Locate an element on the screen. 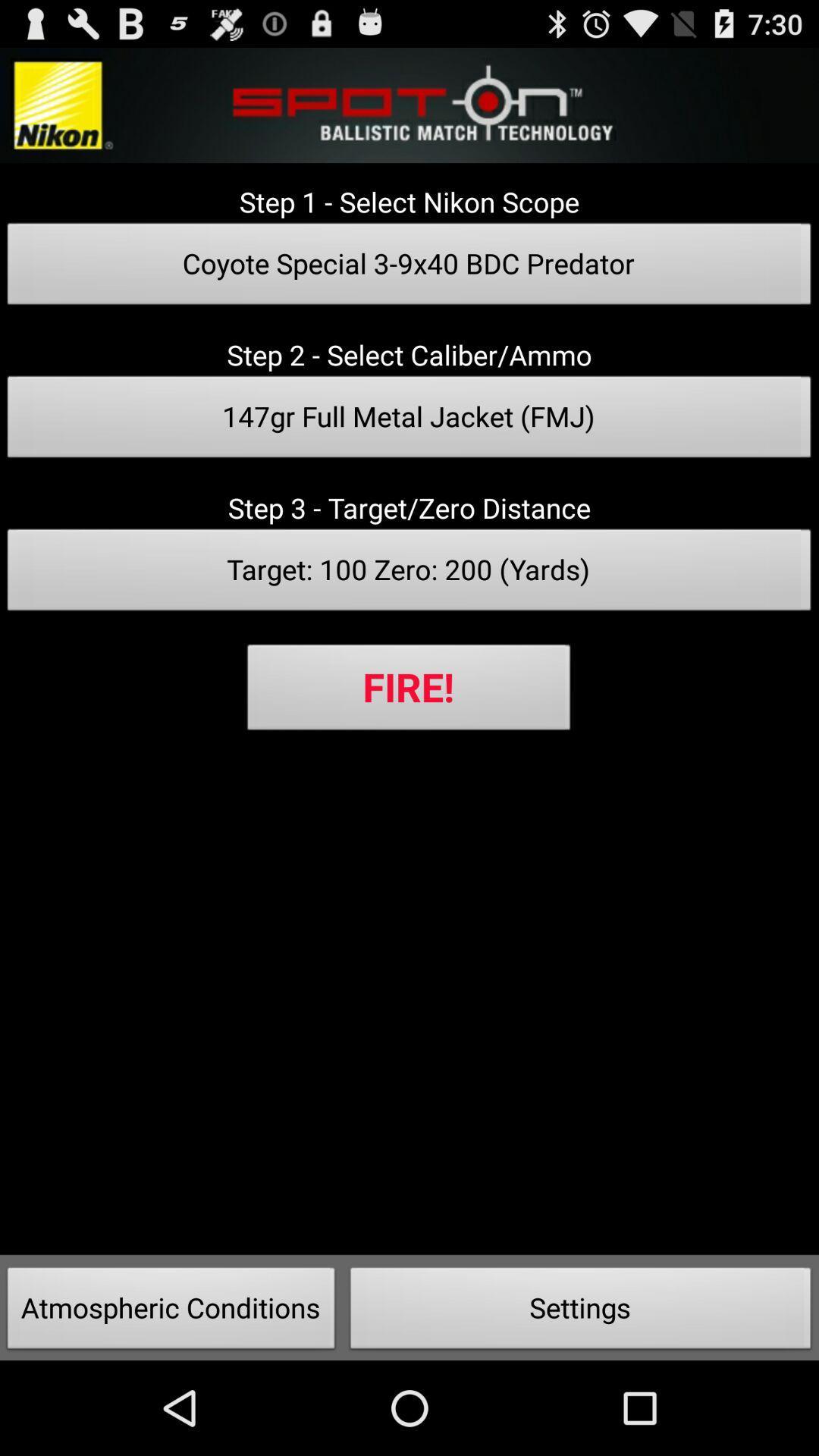  app below step 1 select icon is located at coordinates (409, 268).